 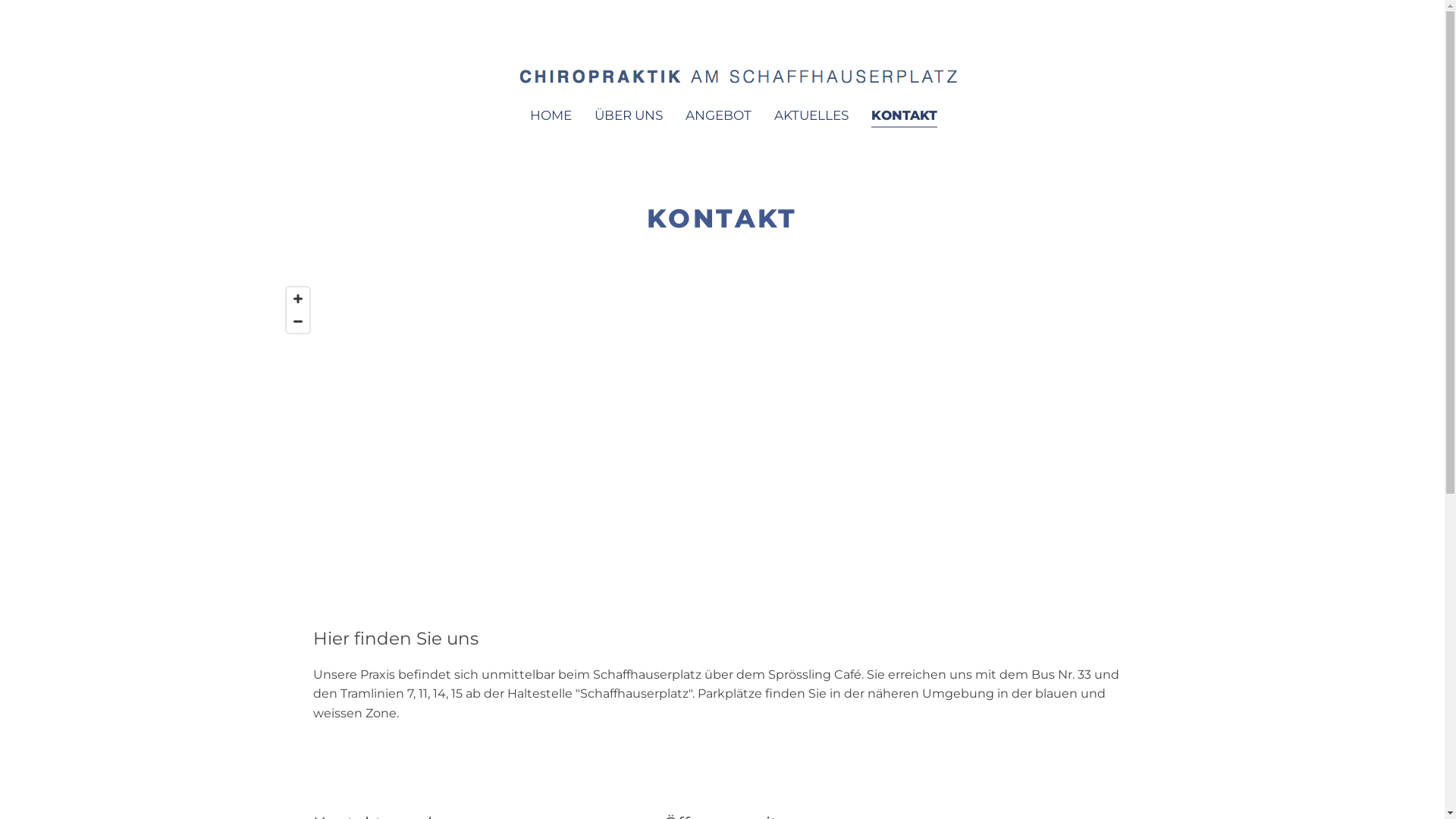 What do you see at coordinates (811, 115) in the screenshot?
I see `'AKTUELLES'` at bounding box center [811, 115].